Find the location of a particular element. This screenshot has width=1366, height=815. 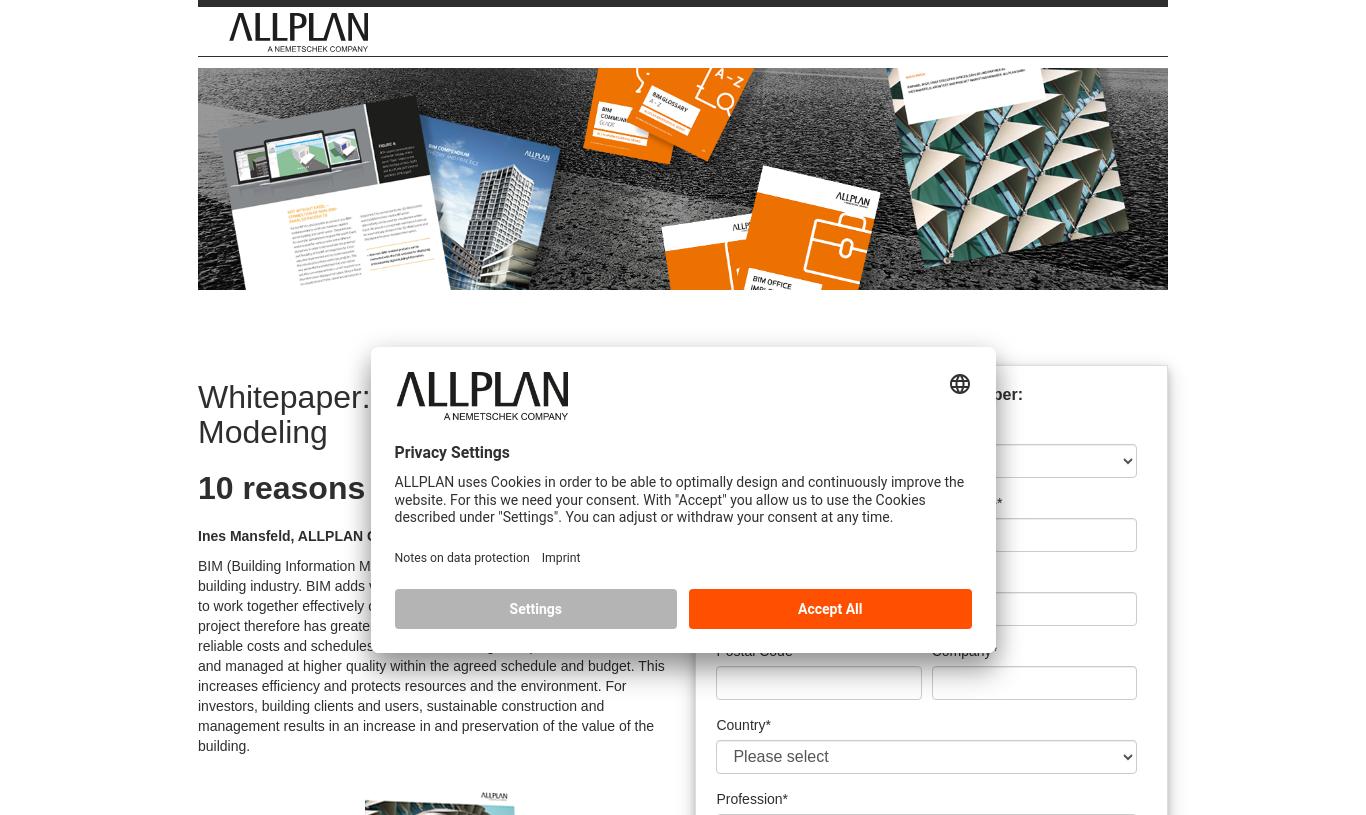

'Ines Mansfeld, ALLPLAN GmbH' is located at coordinates (303, 534).